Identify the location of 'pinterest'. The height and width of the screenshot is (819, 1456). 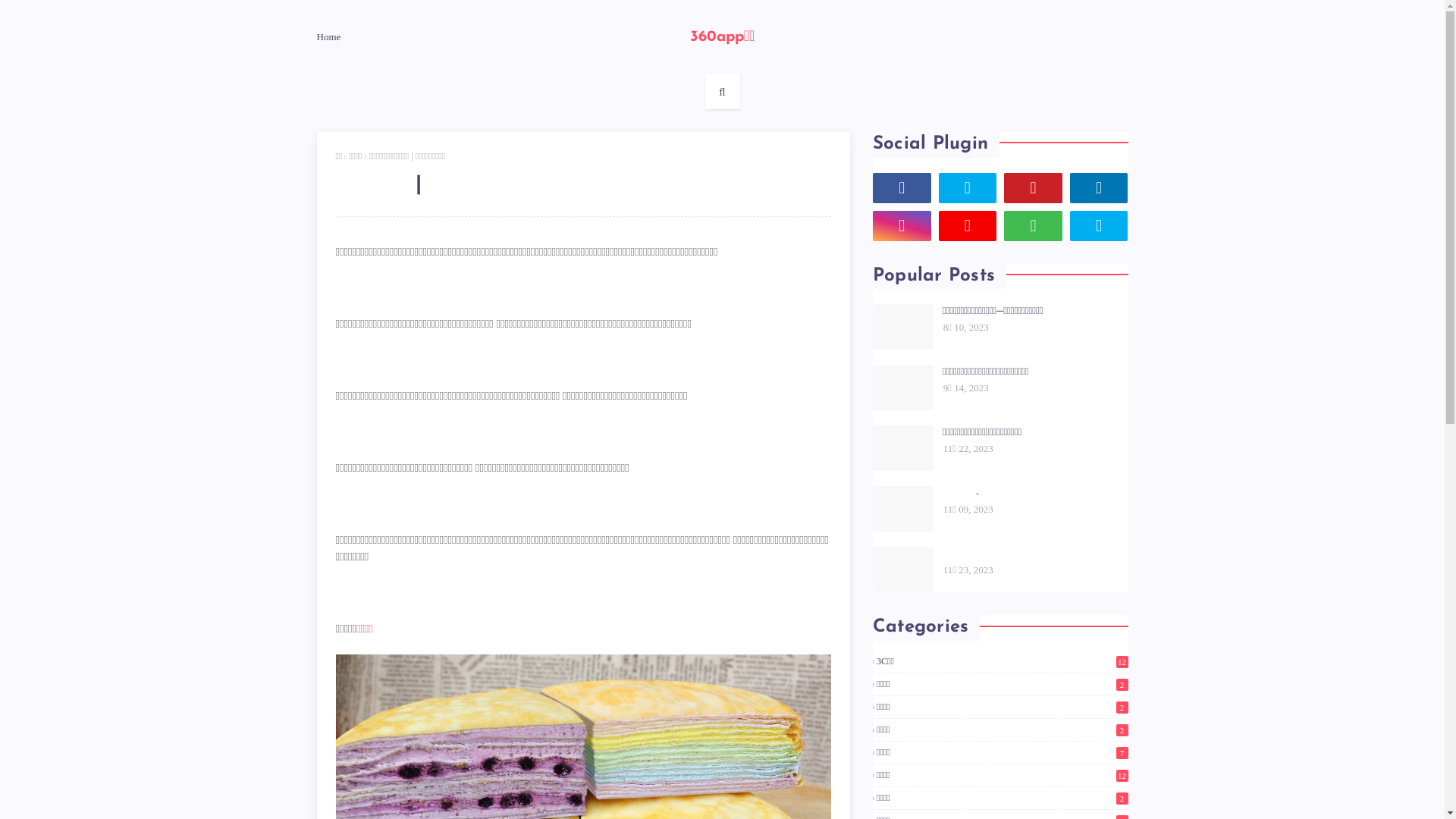
(1032, 187).